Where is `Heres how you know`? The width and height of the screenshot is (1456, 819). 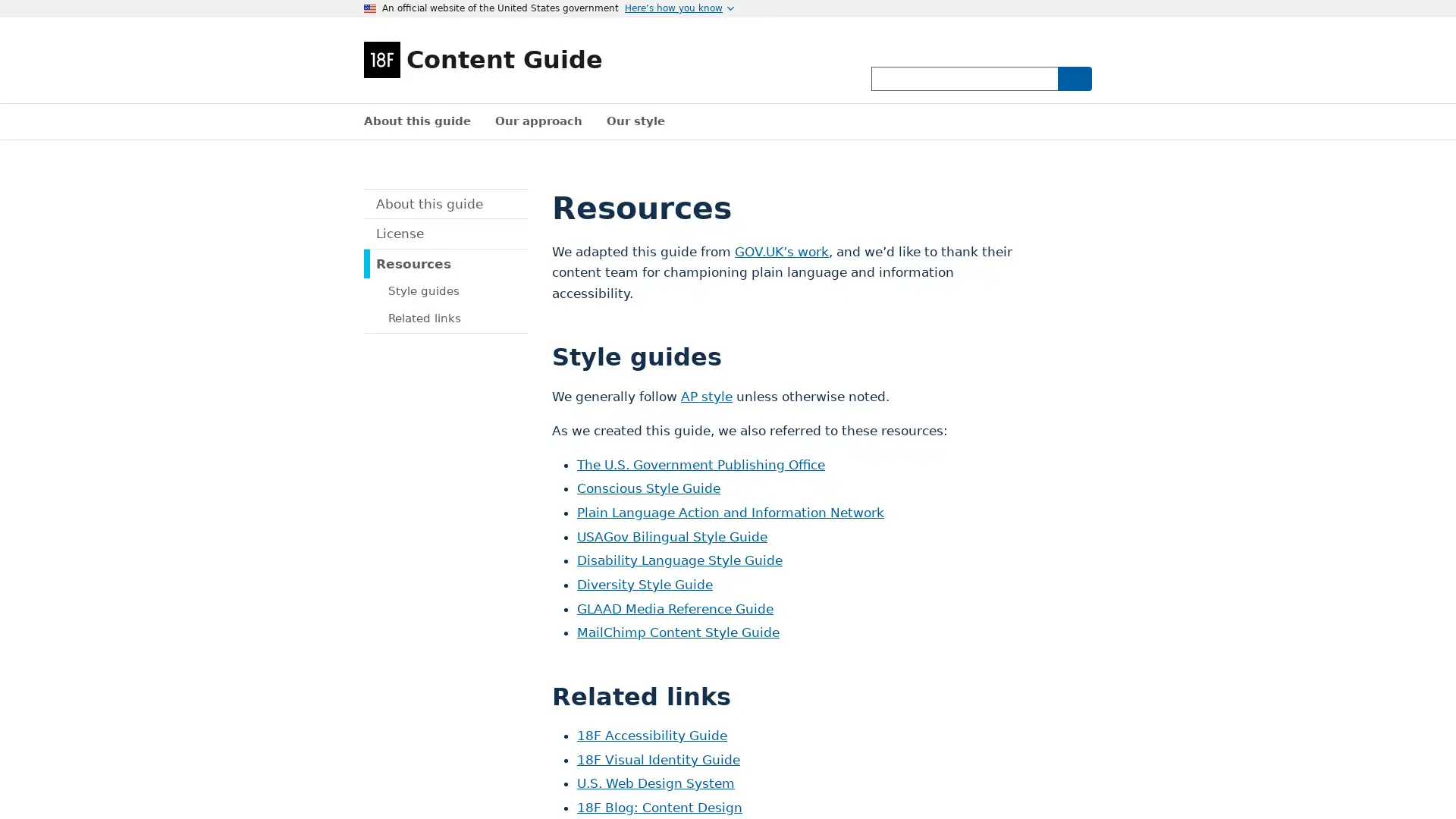
Heres how you know is located at coordinates (679, 8).